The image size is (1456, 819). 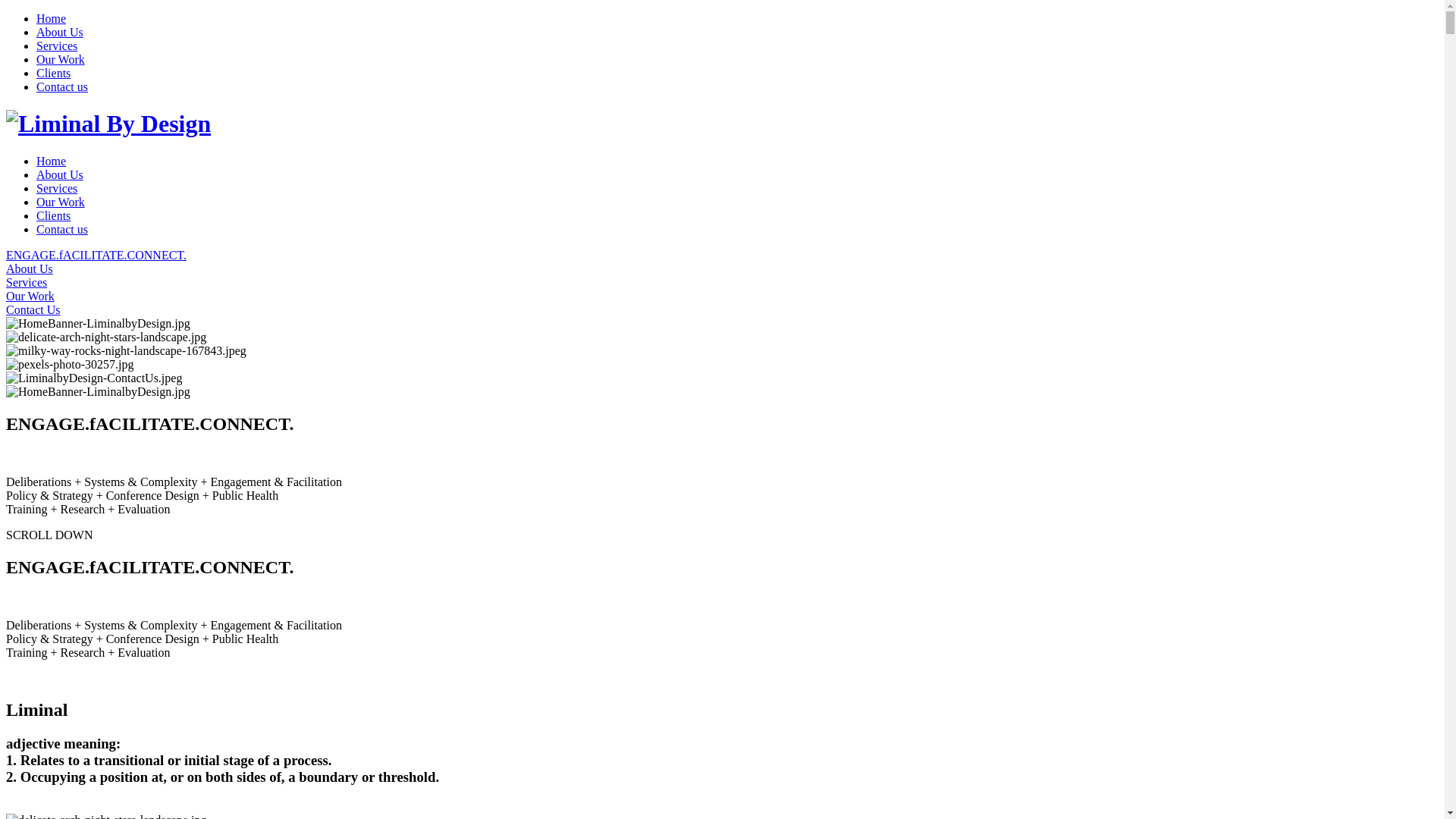 I want to click on 'Services', so click(x=721, y=283).